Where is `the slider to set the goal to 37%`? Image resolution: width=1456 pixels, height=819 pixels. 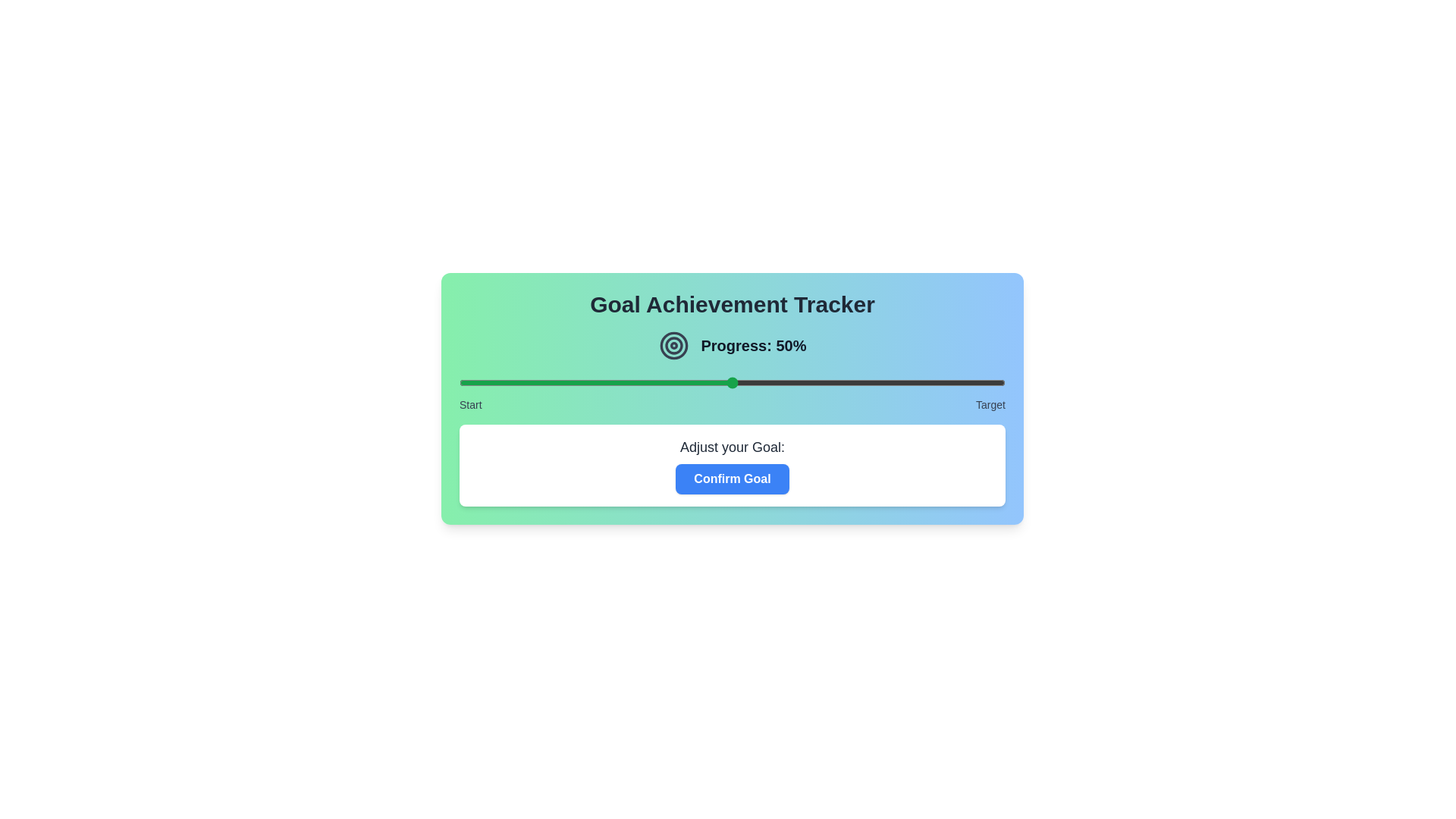 the slider to set the goal to 37% is located at coordinates (661, 382).